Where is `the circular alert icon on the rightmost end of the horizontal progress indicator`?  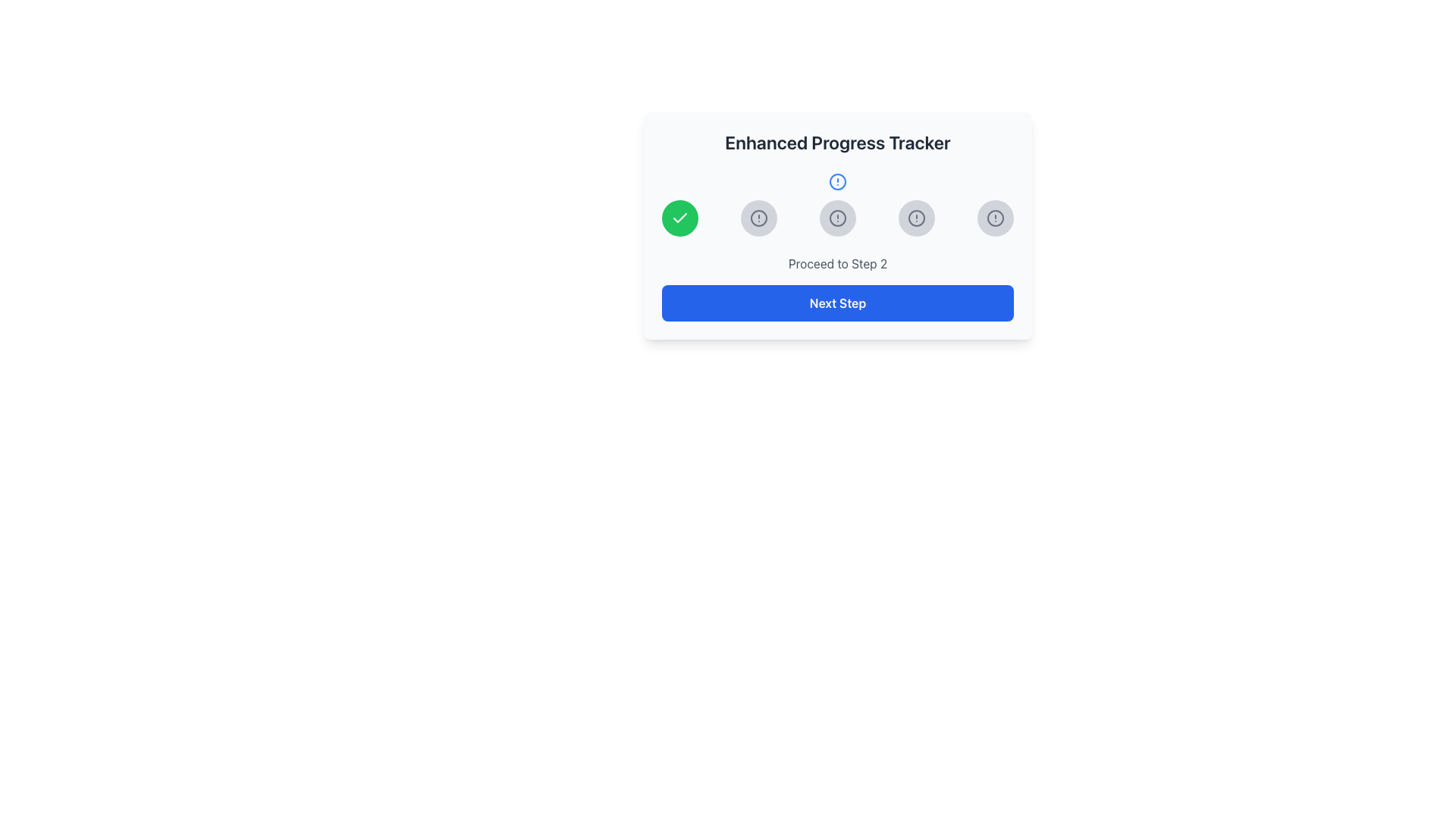
the circular alert icon on the rightmost end of the horizontal progress indicator is located at coordinates (996, 218).